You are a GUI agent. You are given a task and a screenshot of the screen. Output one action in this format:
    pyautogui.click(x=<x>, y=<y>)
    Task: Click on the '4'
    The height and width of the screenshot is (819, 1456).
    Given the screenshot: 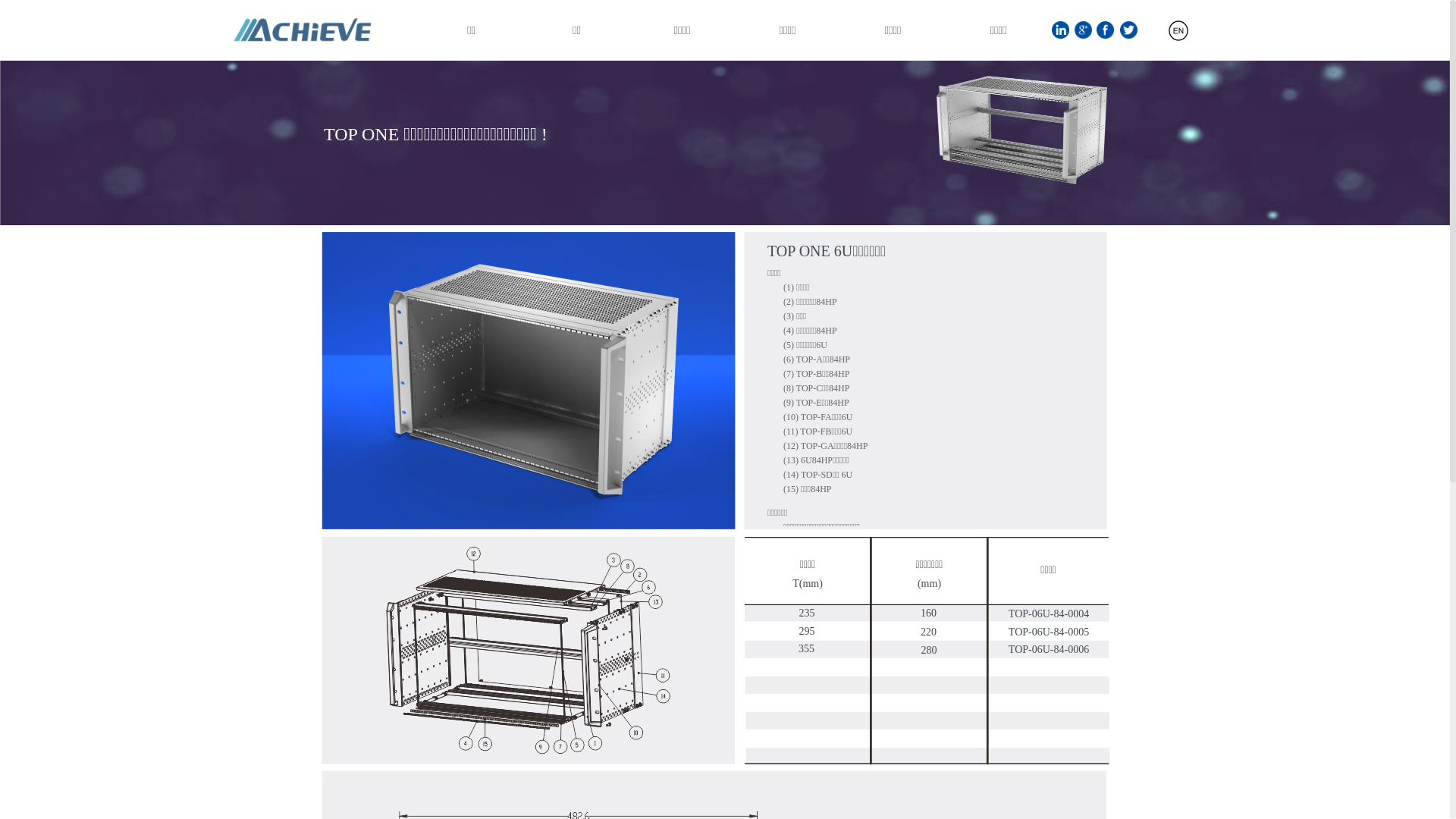 What is the action you would take?
    pyautogui.click(x=926, y=650)
    